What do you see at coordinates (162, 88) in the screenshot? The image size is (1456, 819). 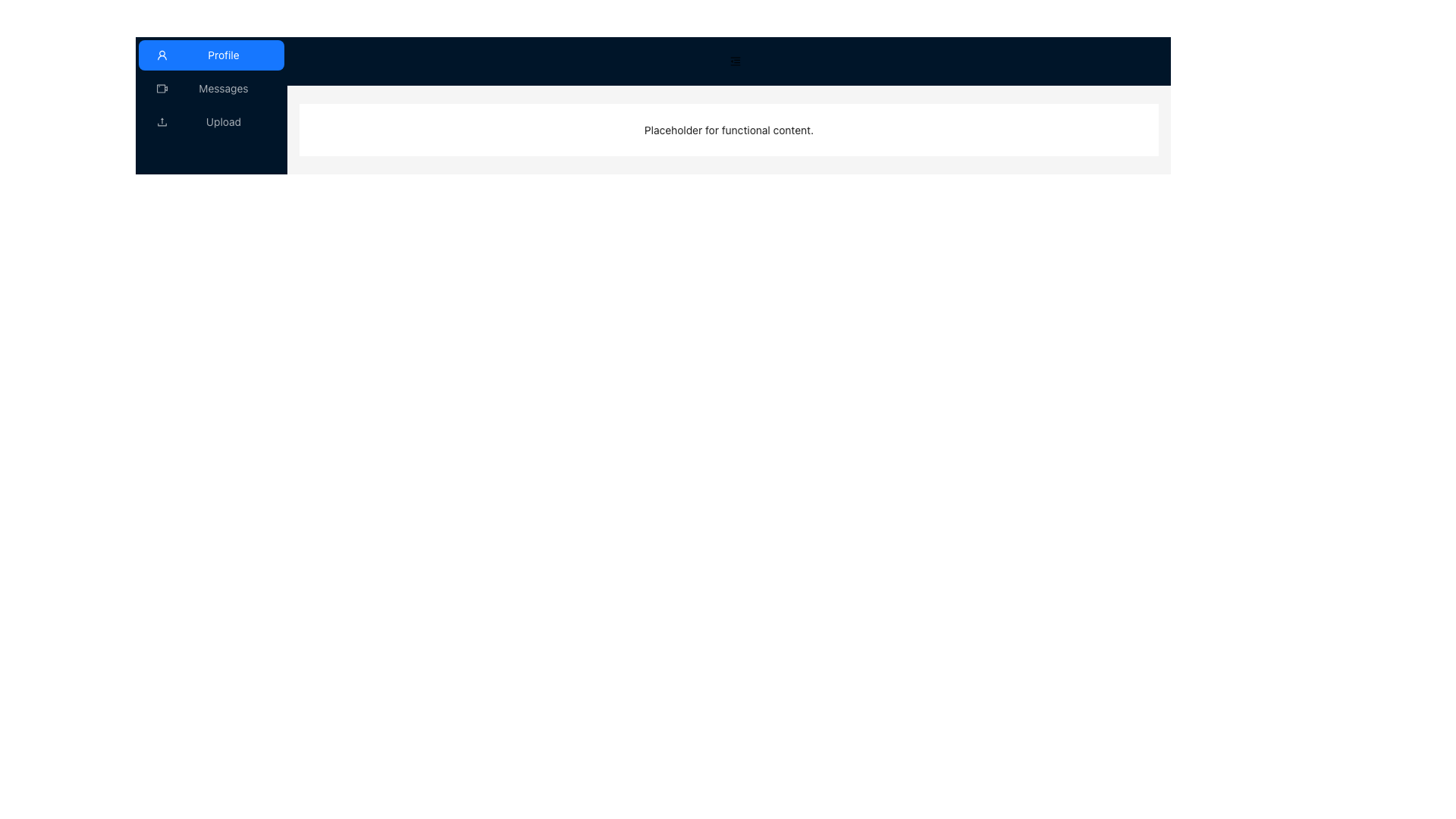 I see `the video camera icon located in the left navigation panel, positioned before the 'Messages' text` at bounding box center [162, 88].